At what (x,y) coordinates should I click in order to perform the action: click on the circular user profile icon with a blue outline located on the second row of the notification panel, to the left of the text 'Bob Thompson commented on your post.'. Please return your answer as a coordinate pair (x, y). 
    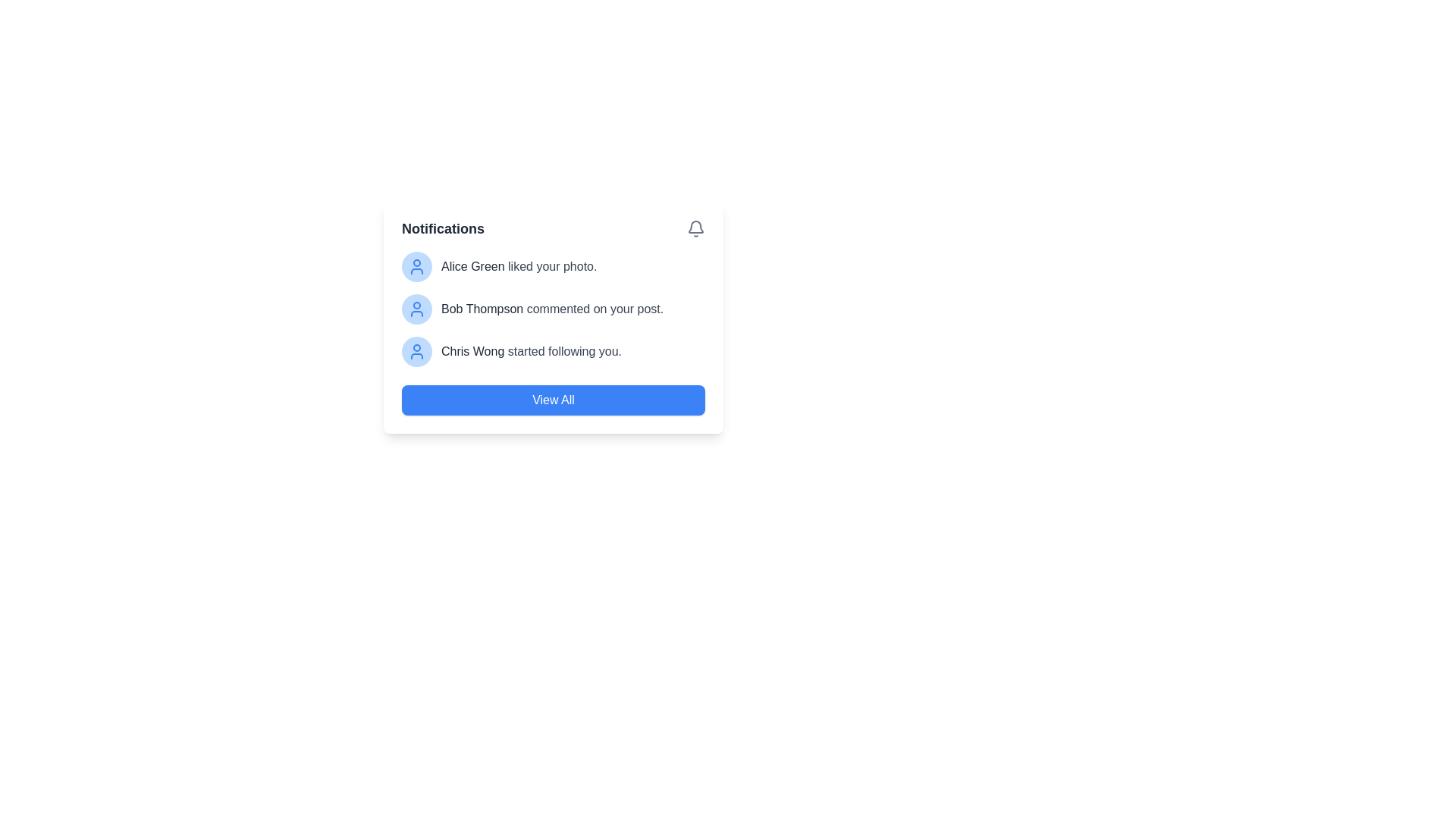
    Looking at the image, I should click on (417, 265).